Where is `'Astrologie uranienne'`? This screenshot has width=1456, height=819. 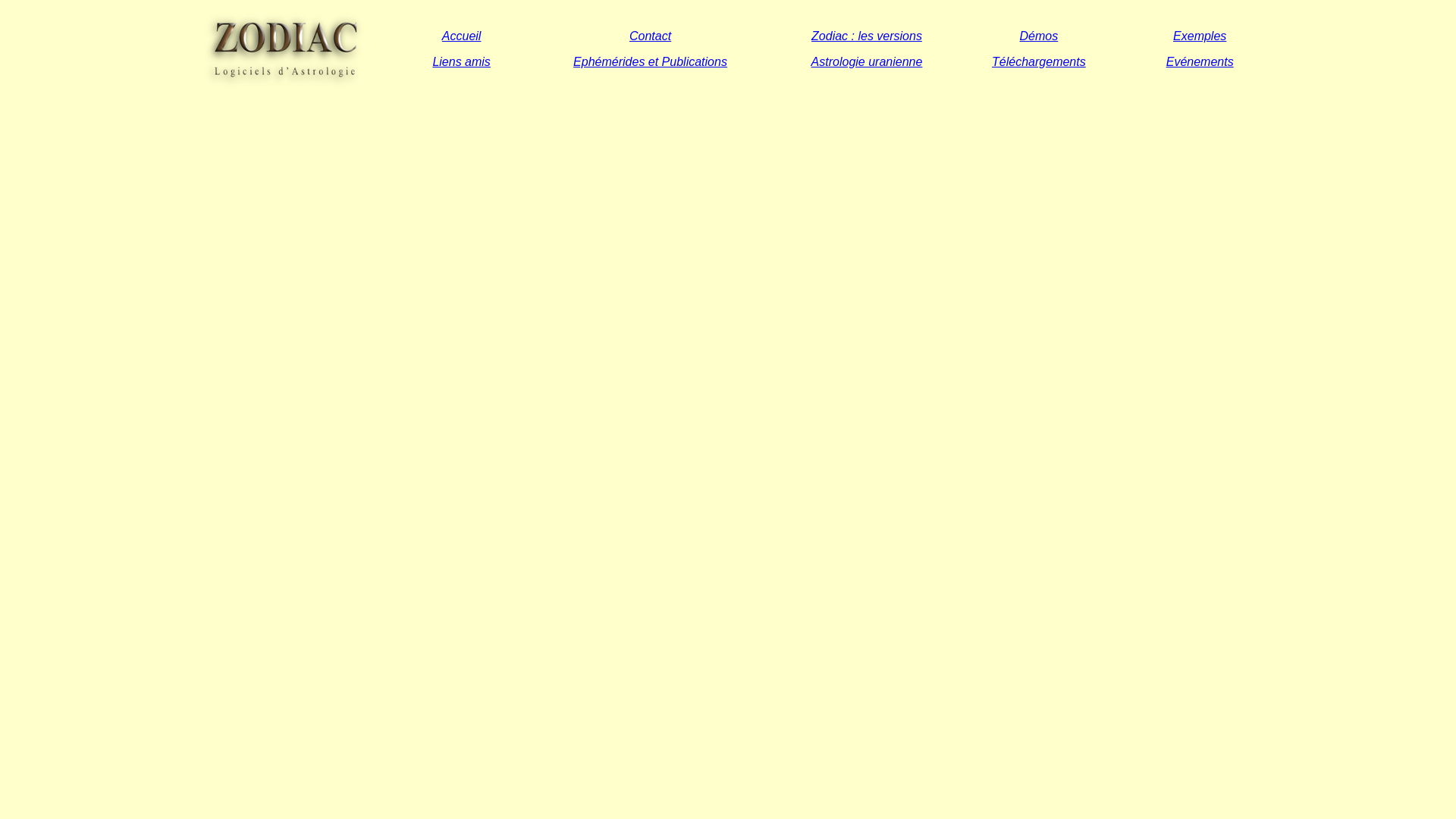
'Astrologie uranienne' is located at coordinates (867, 60).